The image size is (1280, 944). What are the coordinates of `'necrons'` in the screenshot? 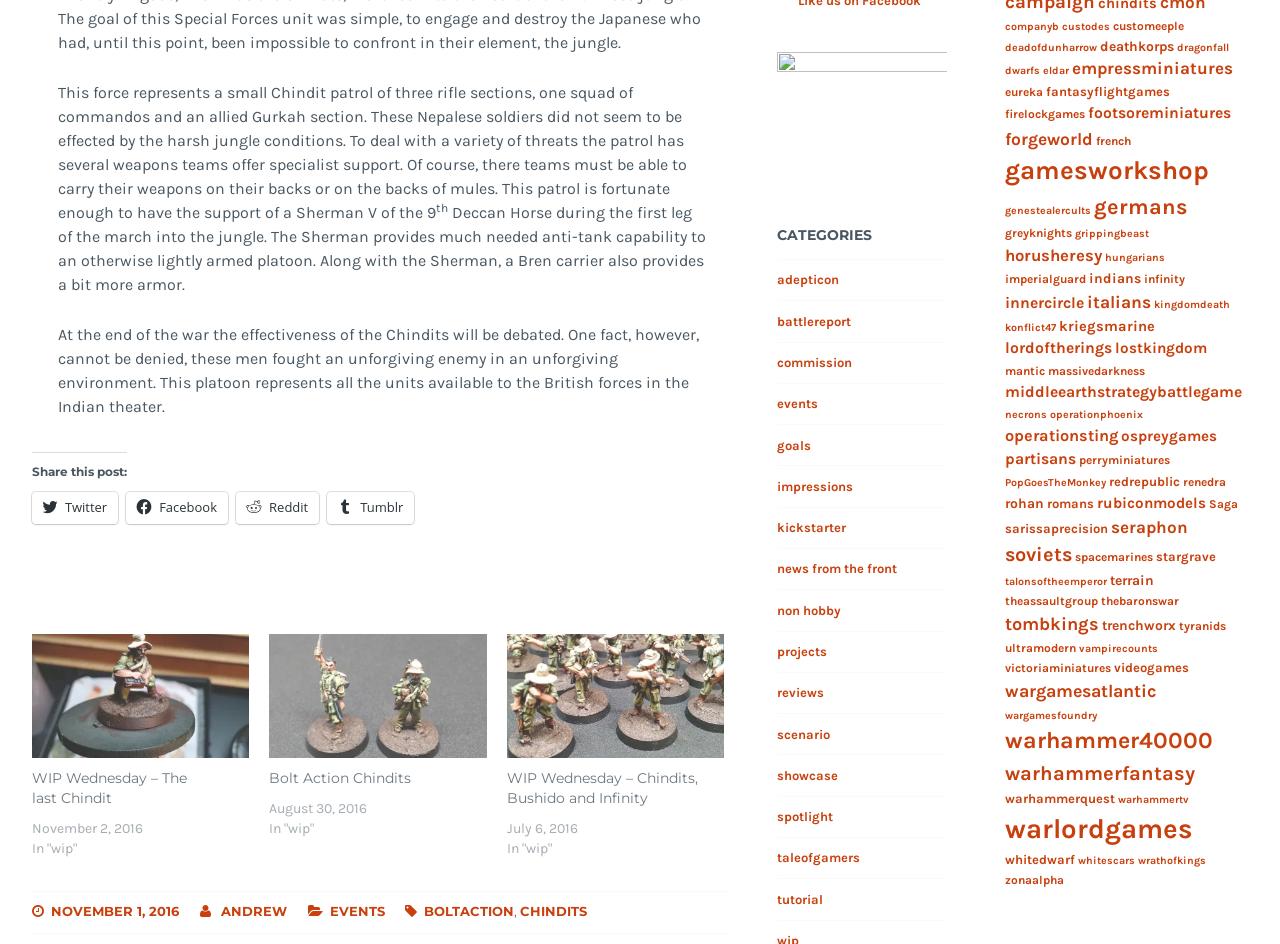 It's located at (1025, 413).